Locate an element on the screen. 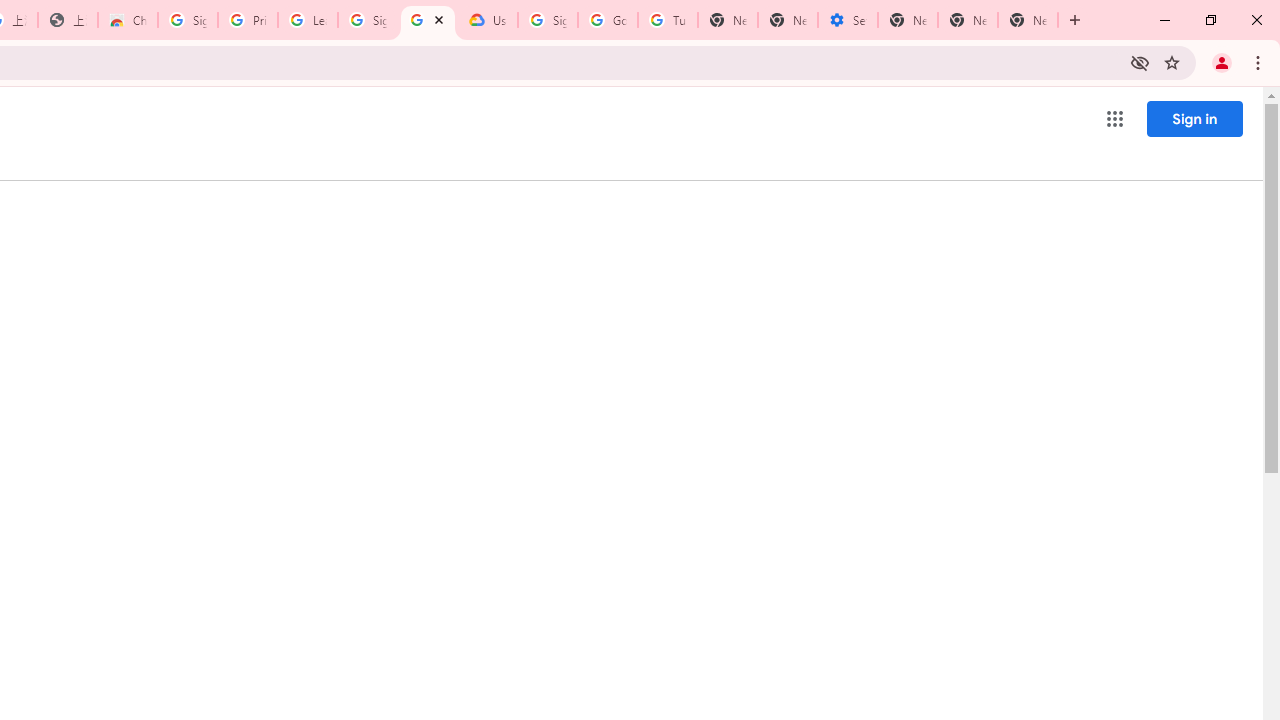 This screenshot has height=720, width=1280. 'Turn cookies on or off - Computer - Google Account Help' is located at coordinates (667, 20).